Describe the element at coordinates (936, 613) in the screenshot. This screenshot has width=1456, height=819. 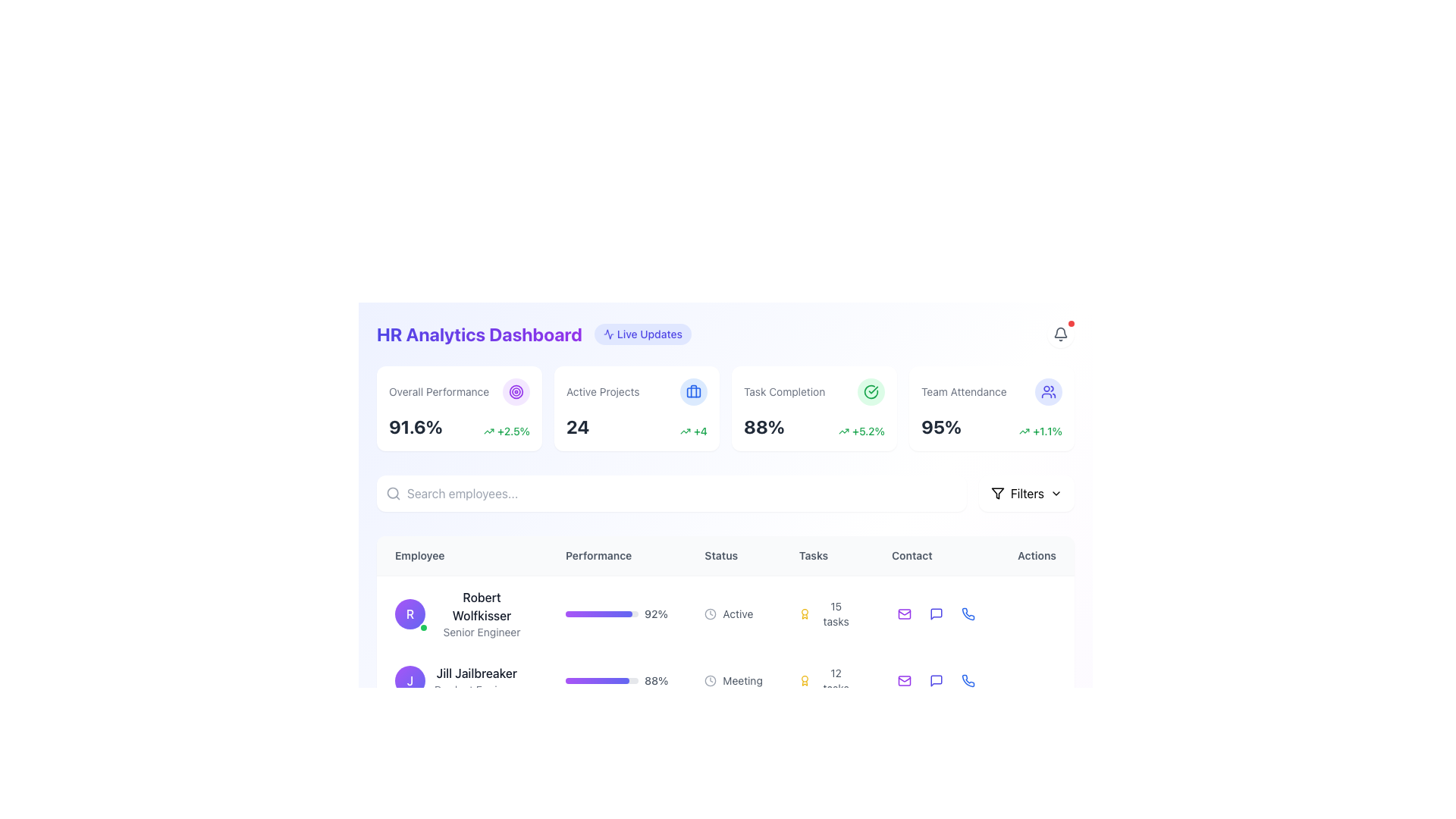
I see `the indigo speech bubble icon button, which is the second icon in the row of three under the 'Contact' column for employee Robert Wolfkisser, to initiate a chat` at that location.